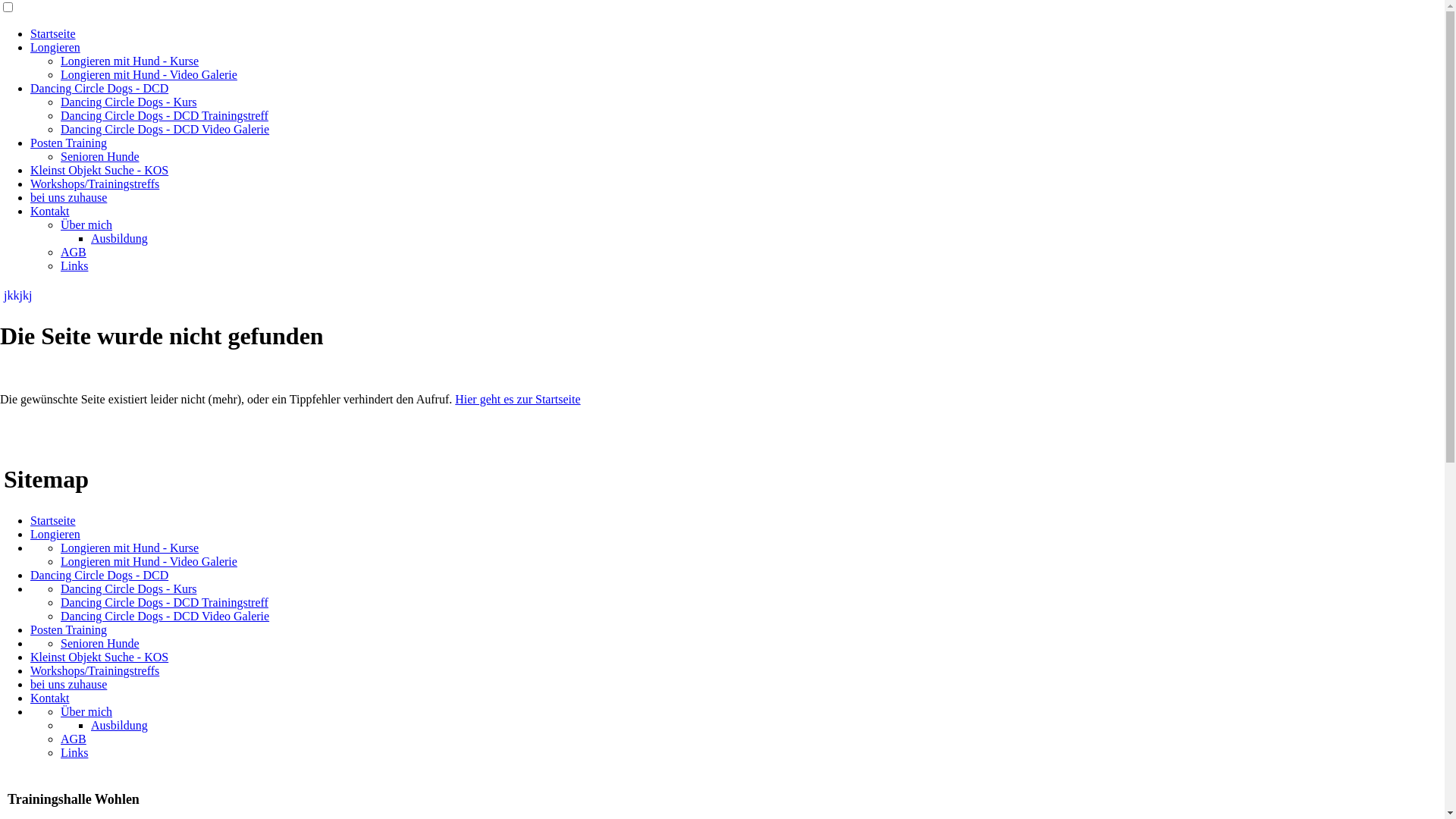  What do you see at coordinates (30, 575) in the screenshot?
I see `'Dancing Circle Dogs - DCD'` at bounding box center [30, 575].